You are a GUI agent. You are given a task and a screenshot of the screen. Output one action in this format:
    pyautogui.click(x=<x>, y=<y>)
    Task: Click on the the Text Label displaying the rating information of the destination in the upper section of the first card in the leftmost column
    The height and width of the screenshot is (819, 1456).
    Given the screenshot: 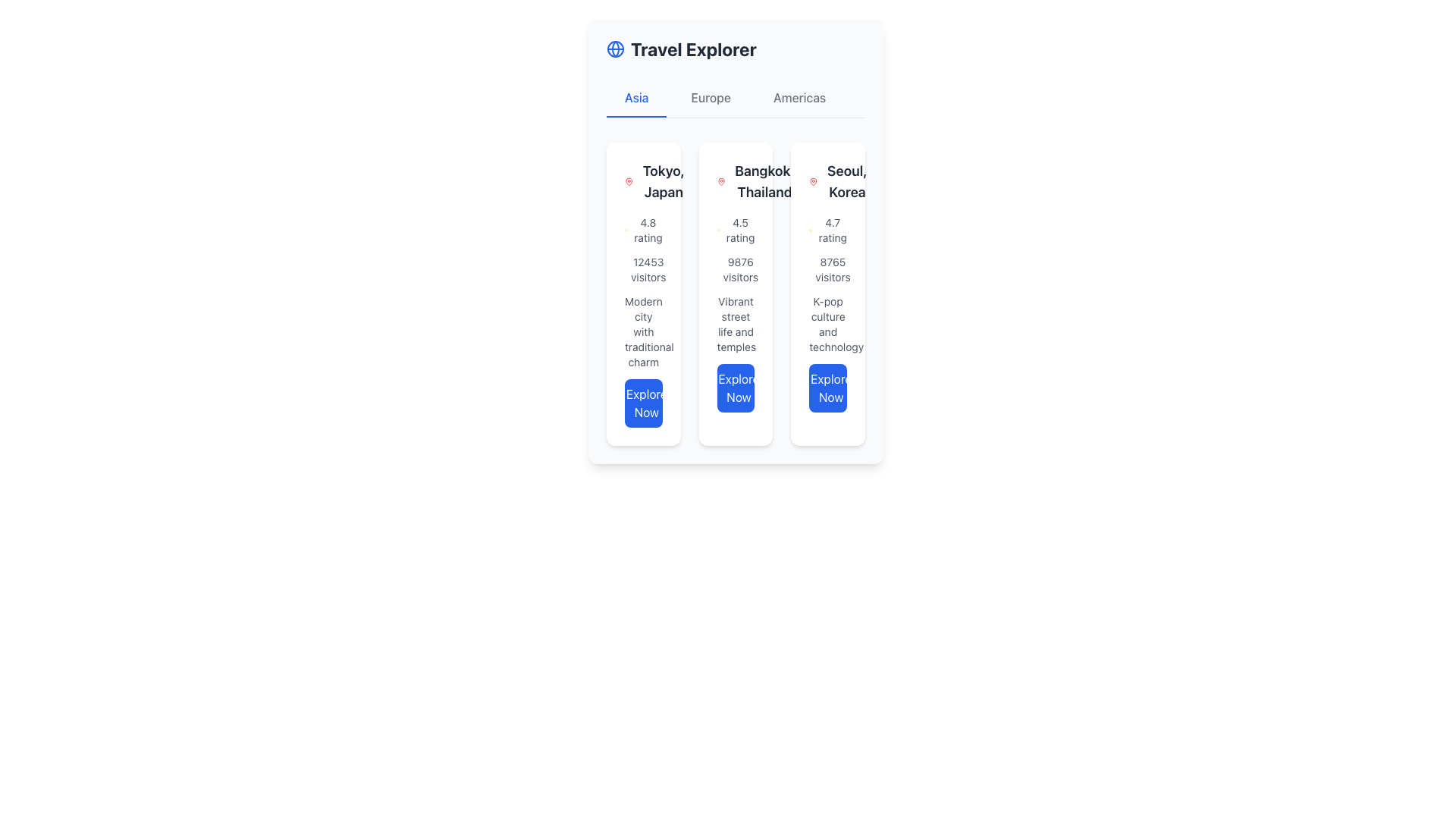 What is the action you would take?
    pyautogui.click(x=648, y=231)
    